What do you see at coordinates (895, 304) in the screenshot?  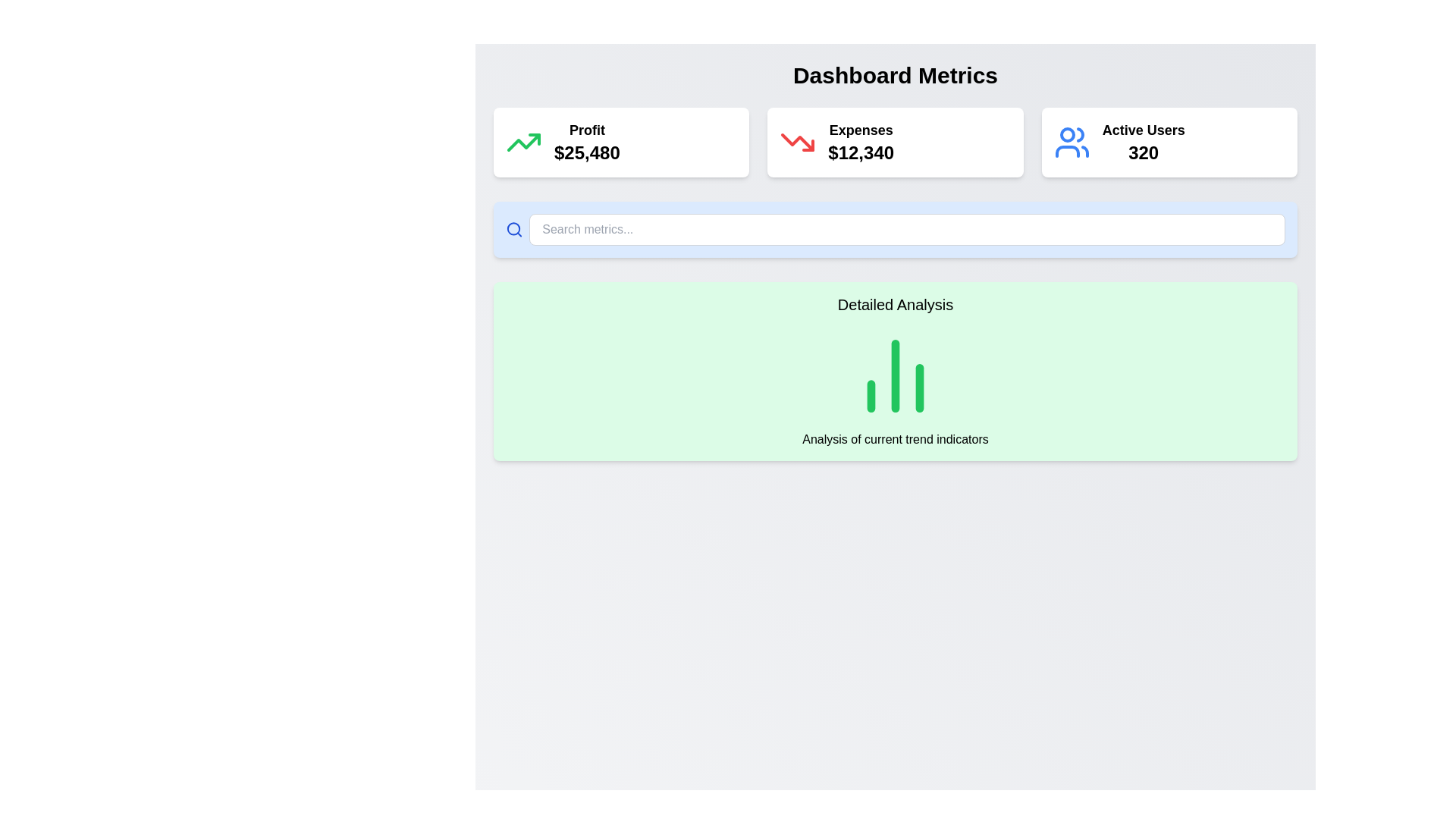 I see `the 'Detailed Analysis' text element, which is styled with a larger font size and bold weight, located at the top of the light green section` at bounding box center [895, 304].